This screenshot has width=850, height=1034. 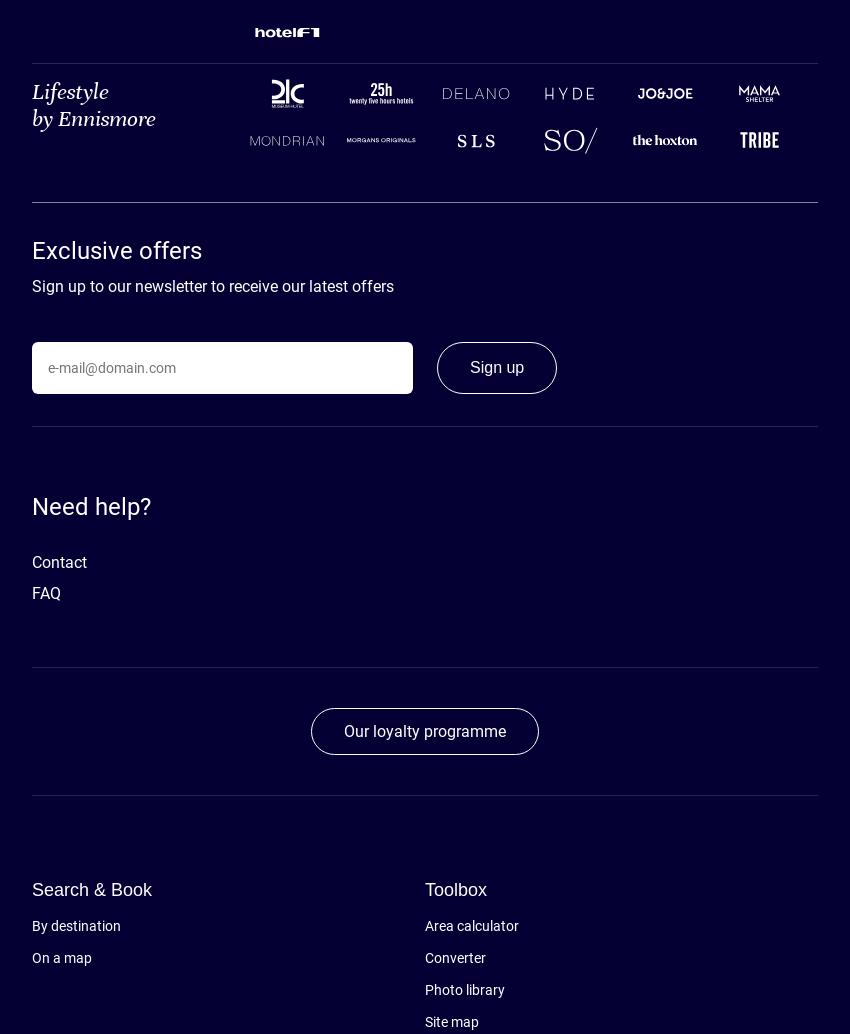 What do you see at coordinates (451, 1021) in the screenshot?
I see `'Site map'` at bounding box center [451, 1021].